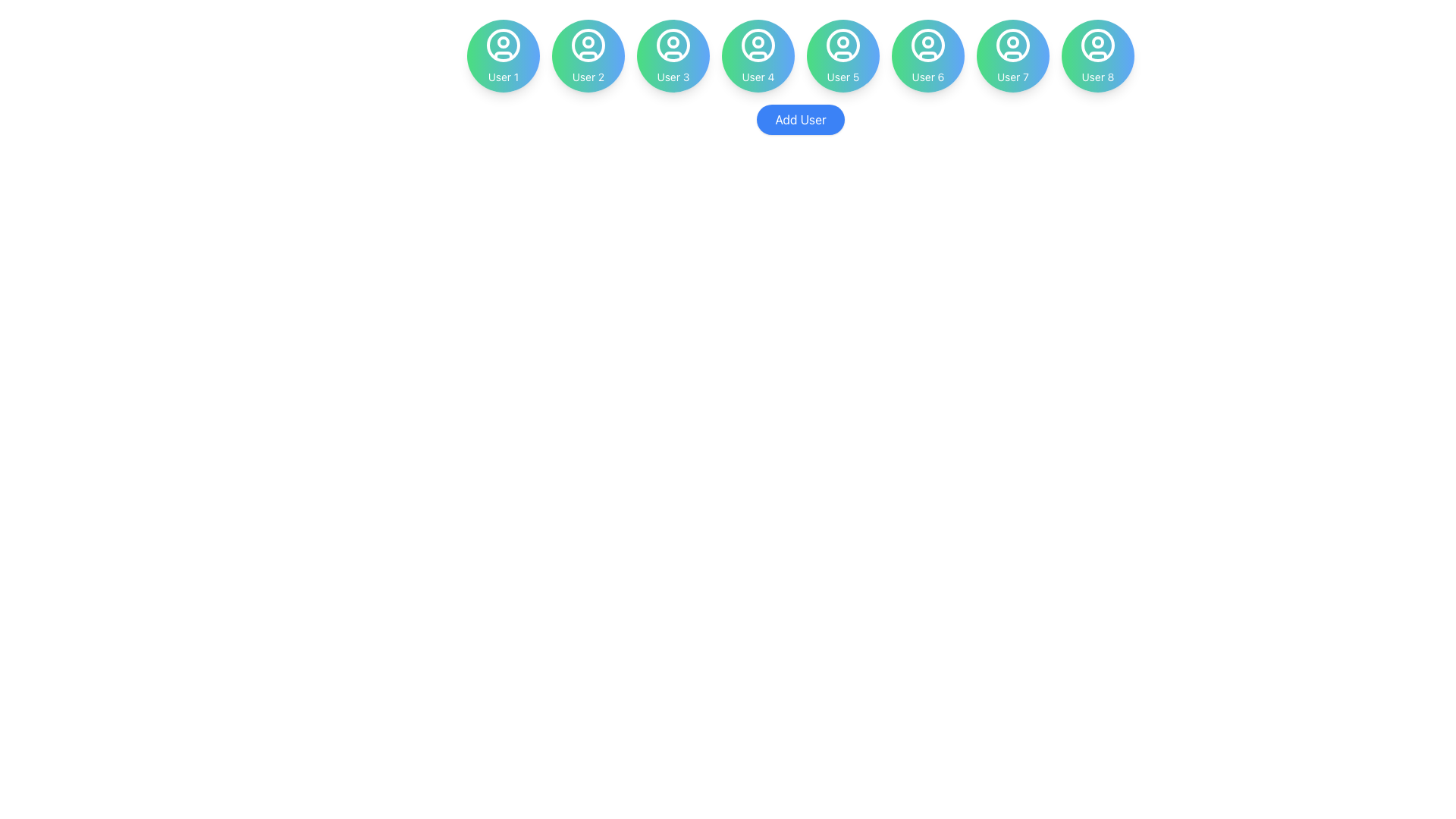 The width and height of the screenshot is (1456, 819). Describe the element at coordinates (843, 45) in the screenshot. I see `the circular user icon outlined in white, located within the 'User 5' element` at that location.